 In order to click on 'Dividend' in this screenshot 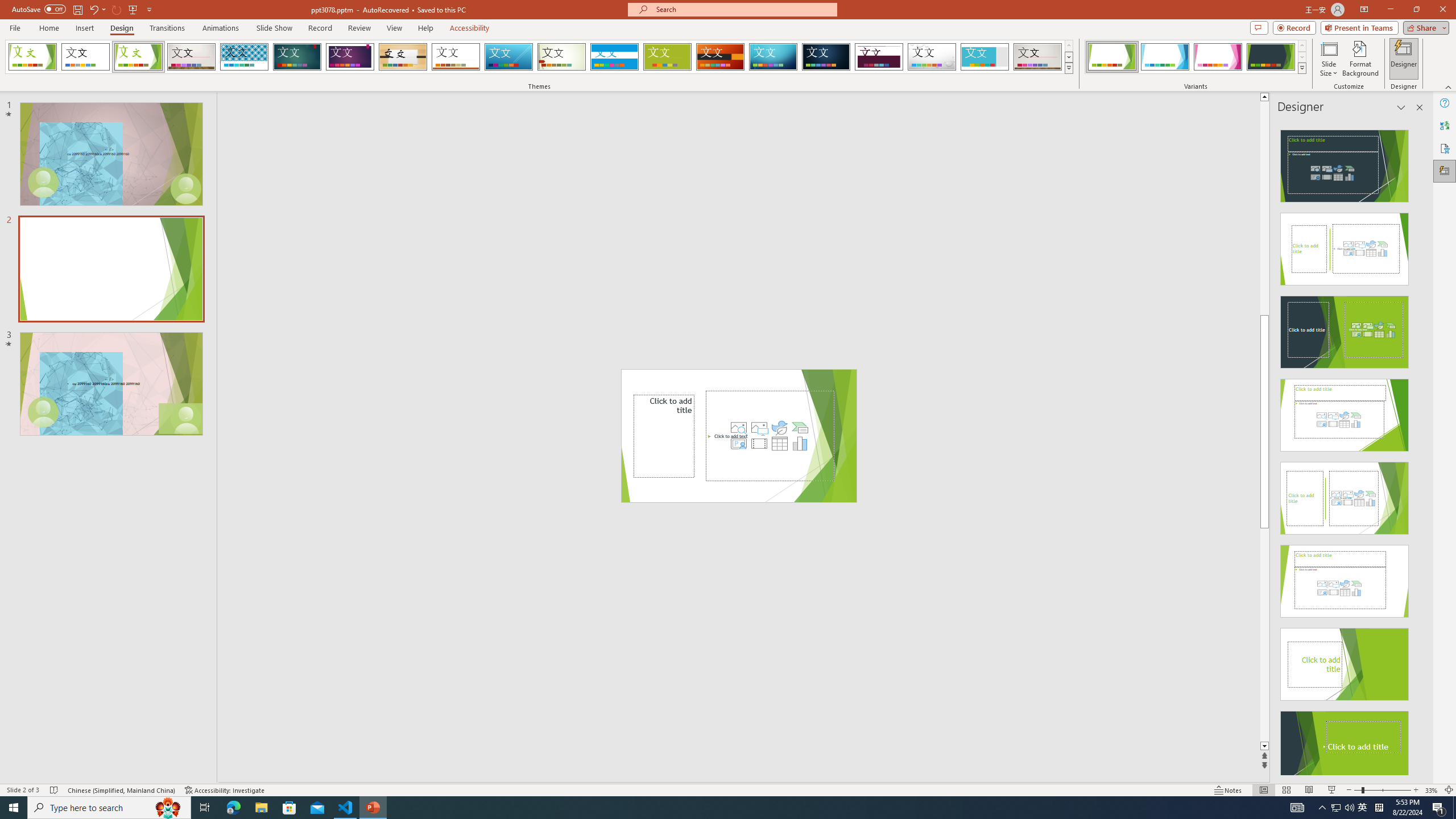, I will do `click(879, 56)`.